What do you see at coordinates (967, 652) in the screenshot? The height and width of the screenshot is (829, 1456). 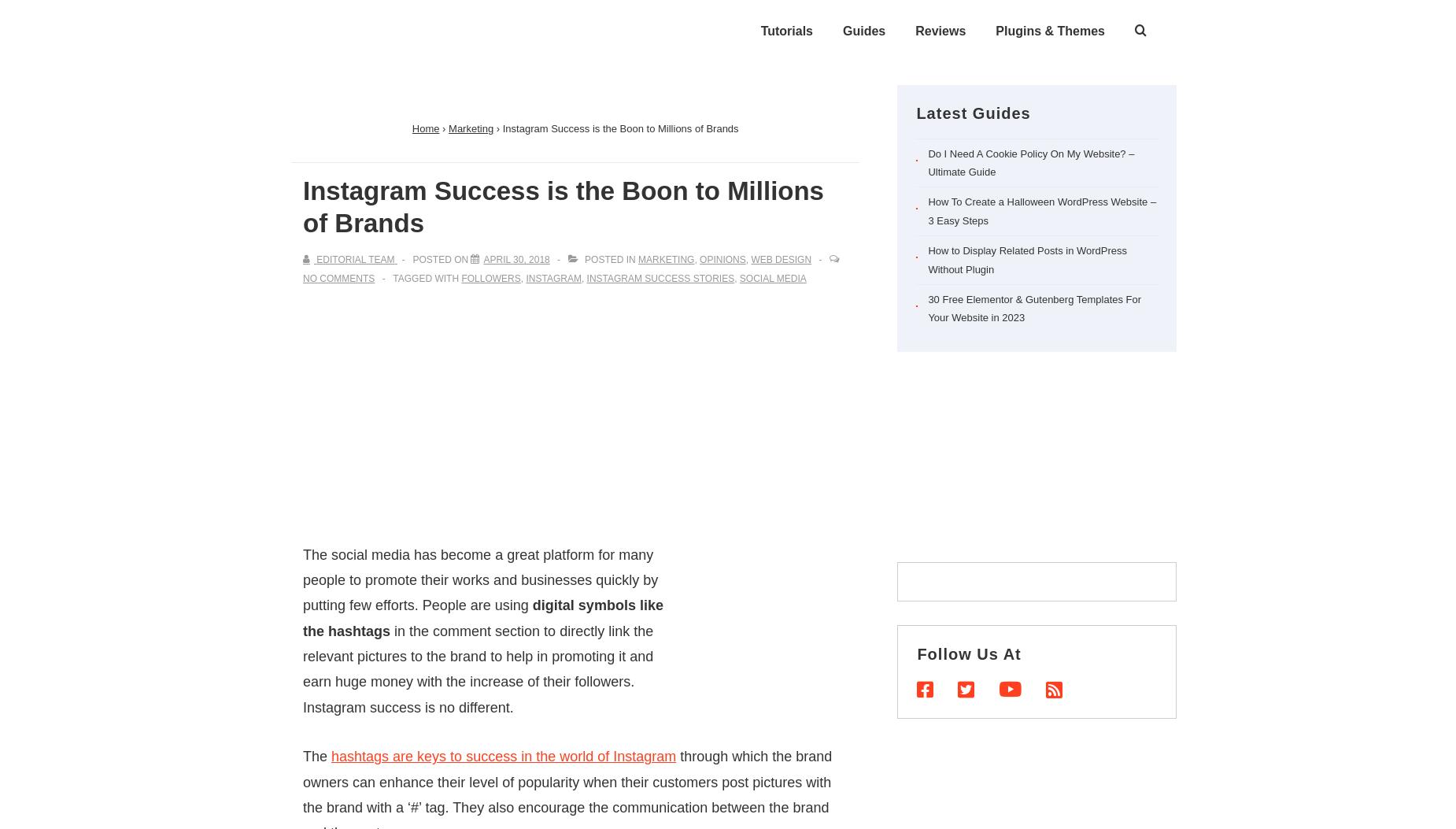 I see `'Follow Us At'` at bounding box center [967, 652].